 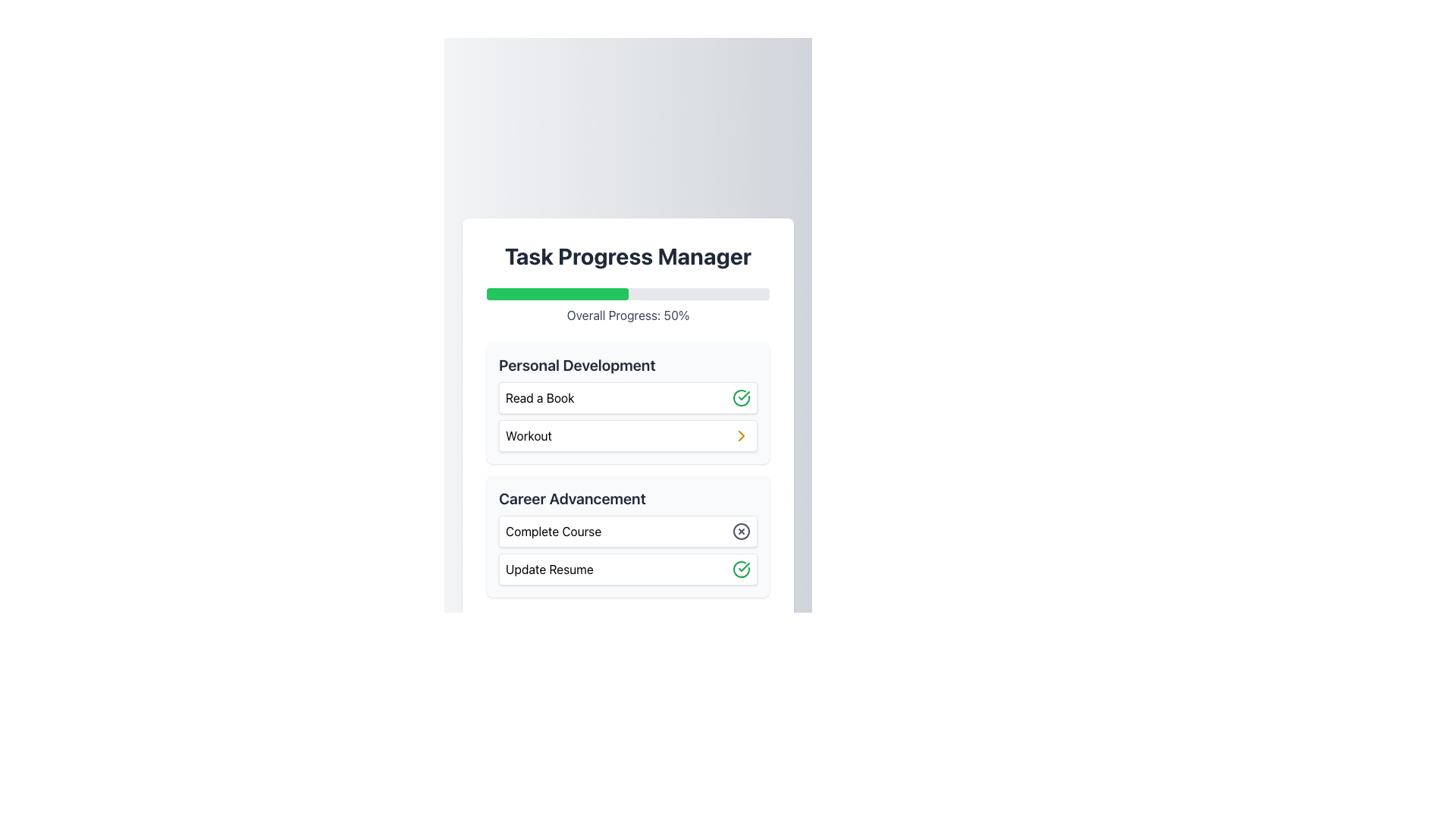 What do you see at coordinates (742, 435) in the screenshot?
I see `the right-pointing yellow chevron icon located at the far right of the 'Workout' box` at bounding box center [742, 435].